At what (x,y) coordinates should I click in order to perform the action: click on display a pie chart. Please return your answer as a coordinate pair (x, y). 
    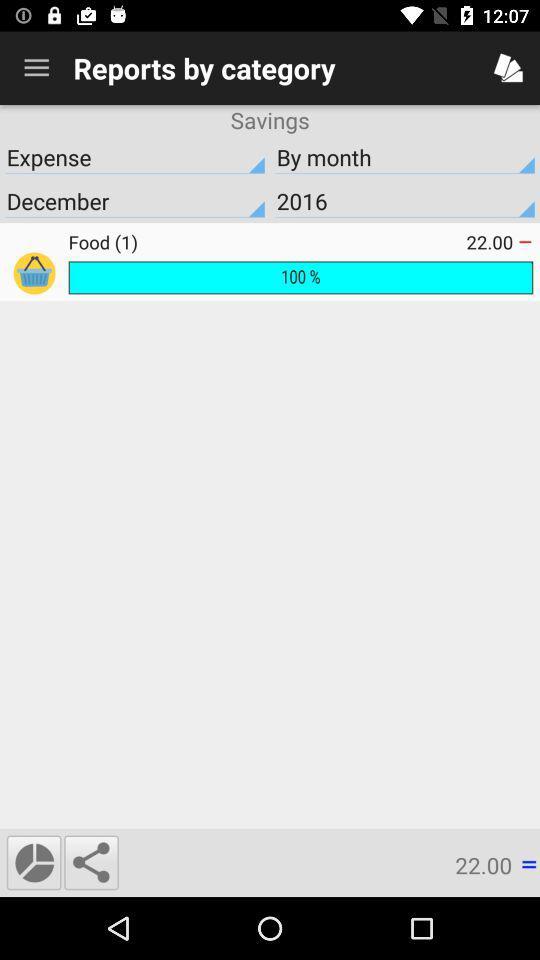
    Looking at the image, I should click on (33, 861).